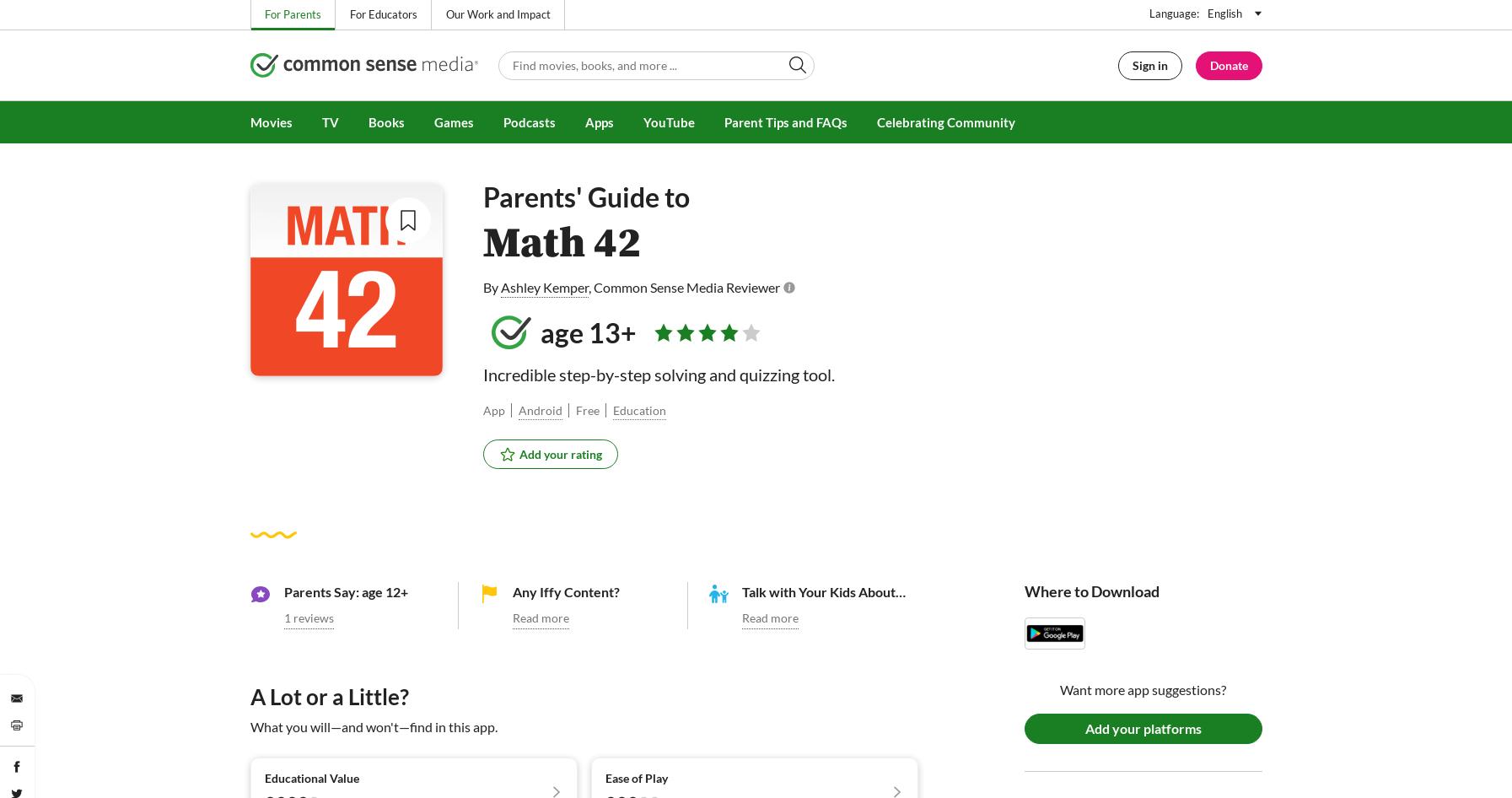 The image size is (1512, 798). I want to click on '1 reviews', so click(307, 616).